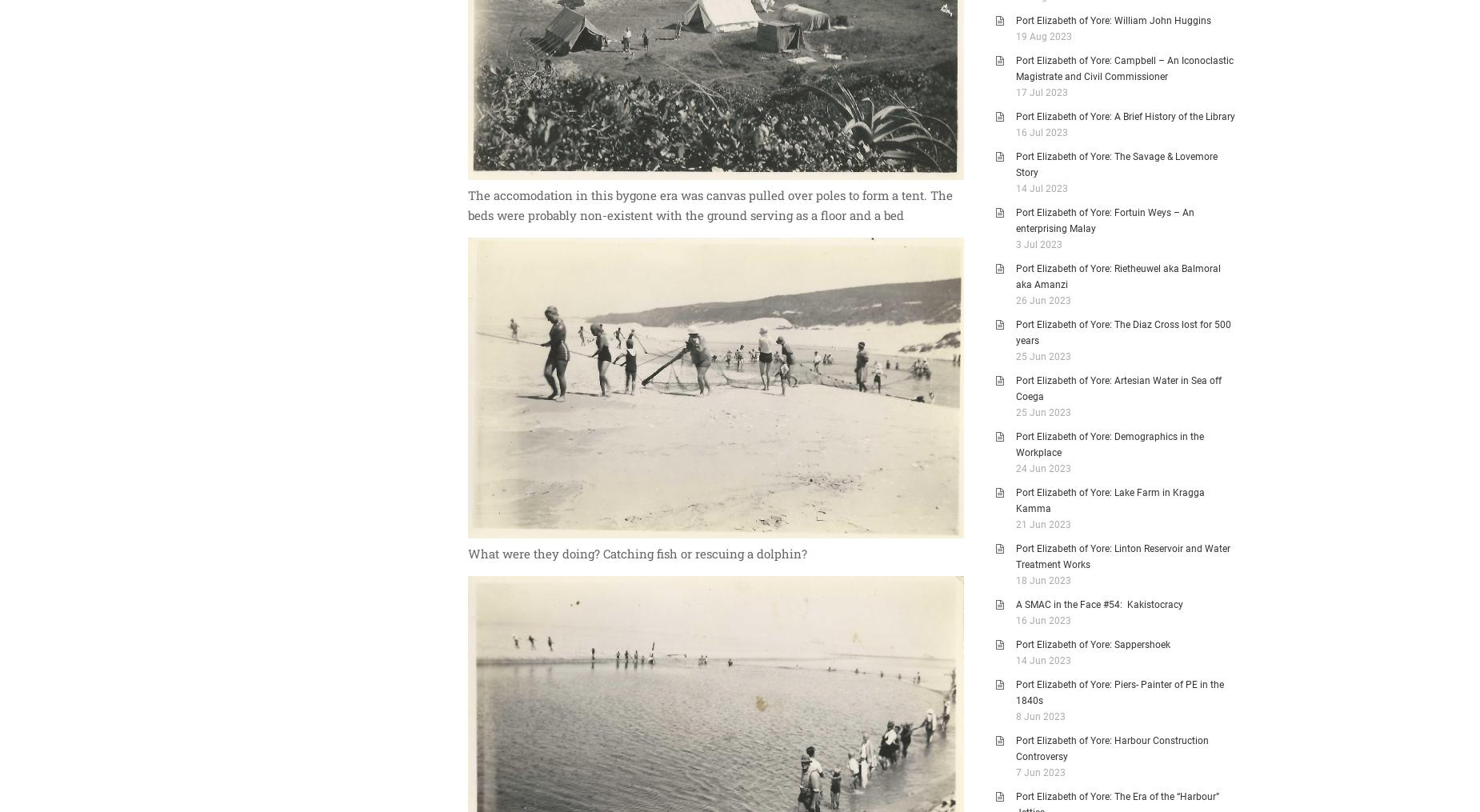 The width and height of the screenshot is (1480, 812). What do you see at coordinates (1112, 748) in the screenshot?
I see `'Port Elizabeth of Yore: Harbour Construction Controversy'` at bounding box center [1112, 748].